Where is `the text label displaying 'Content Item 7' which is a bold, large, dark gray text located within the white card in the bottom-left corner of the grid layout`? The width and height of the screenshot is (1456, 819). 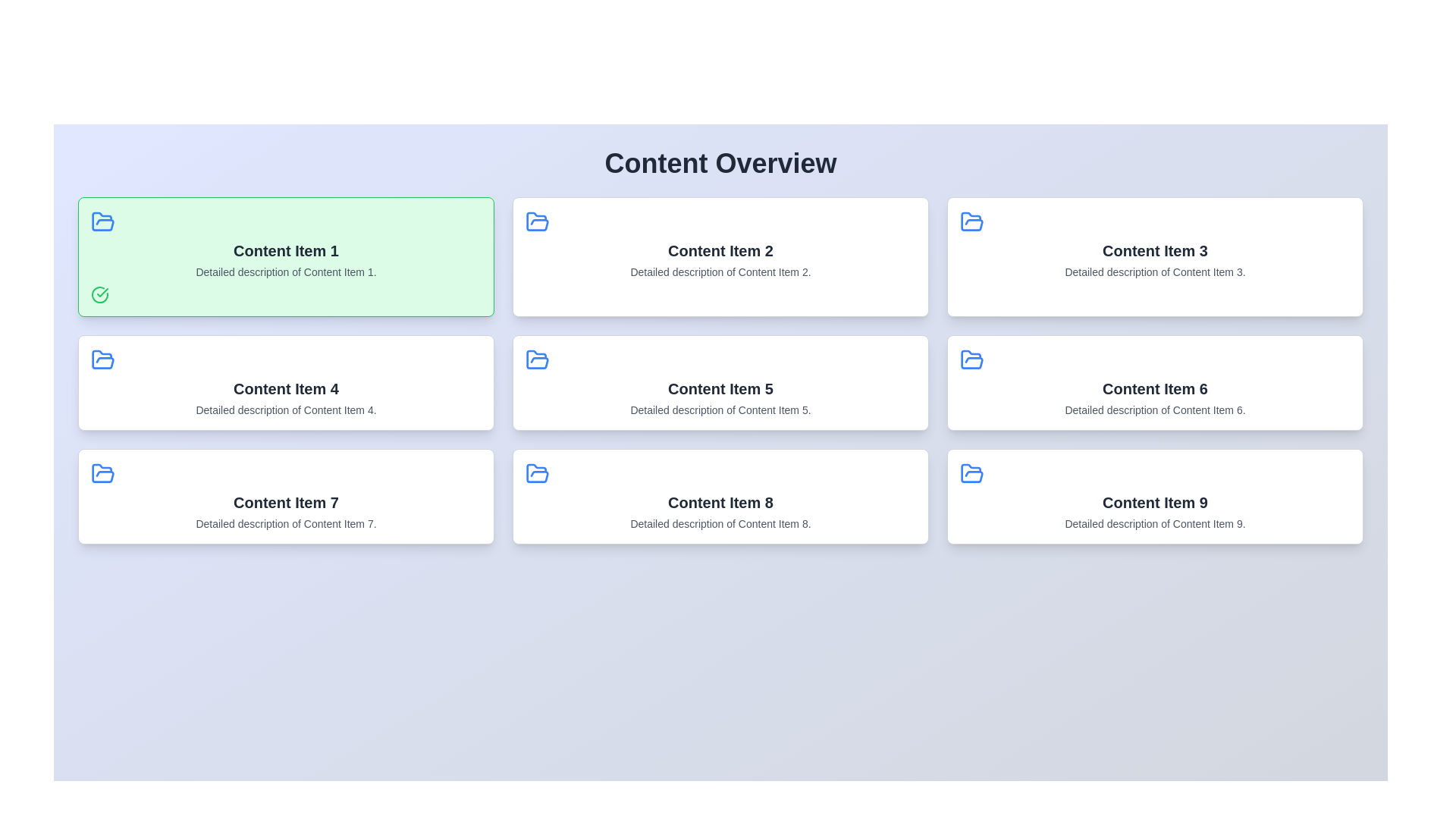 the text label displaying 'Content Item 7' which is a bold, large, dark gray text located within the white card in the bottom-left corner of the grid layout is located at coordinates (286, 503).